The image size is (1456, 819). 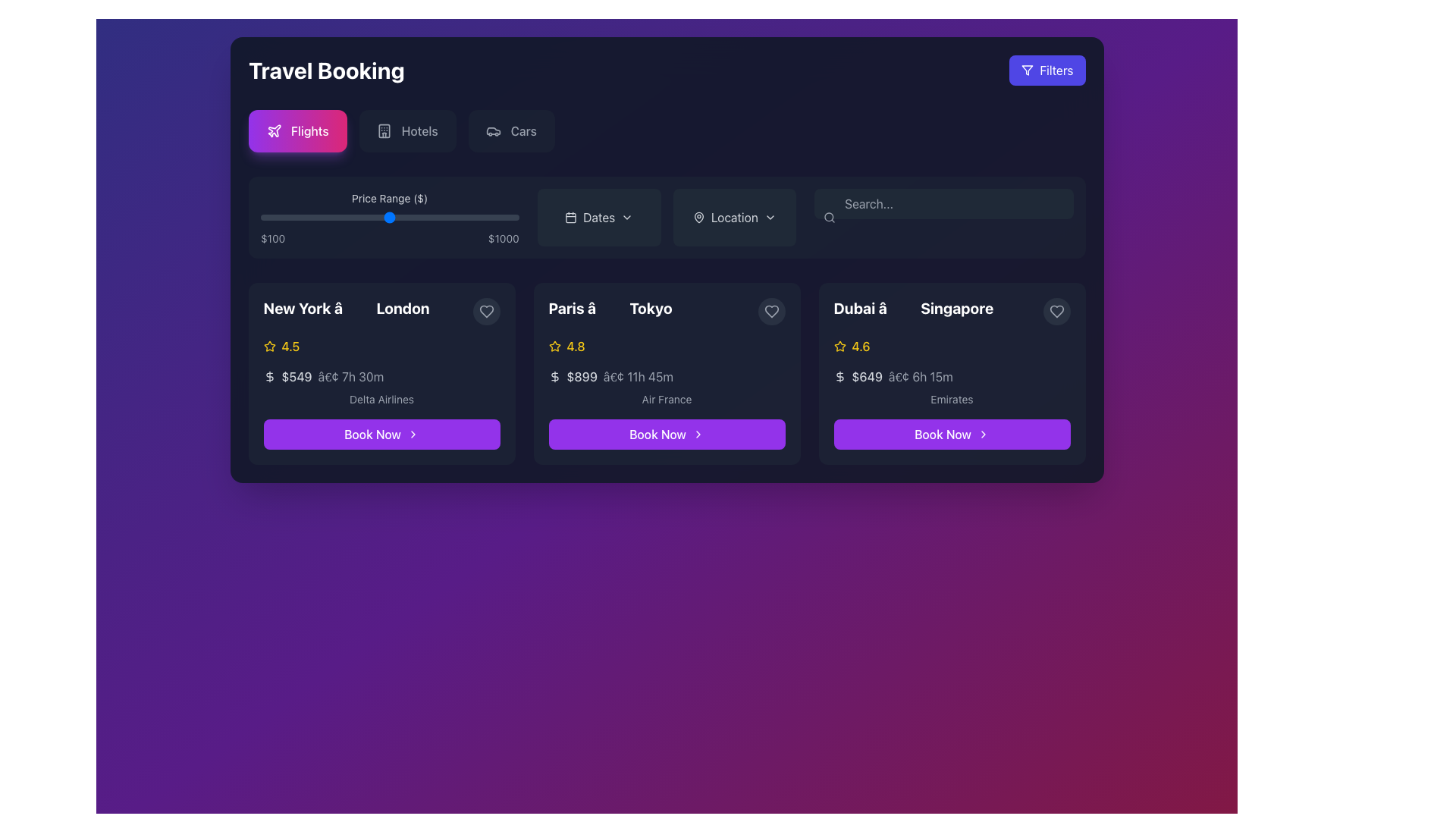 What do you see at coordinates (1056, 311) in the screenshot?
I see `the heart icon button at the top-right corner of the flight card from 'Dubai → Singapore' to mark it as favorite` at bounding box center [1056, 311].